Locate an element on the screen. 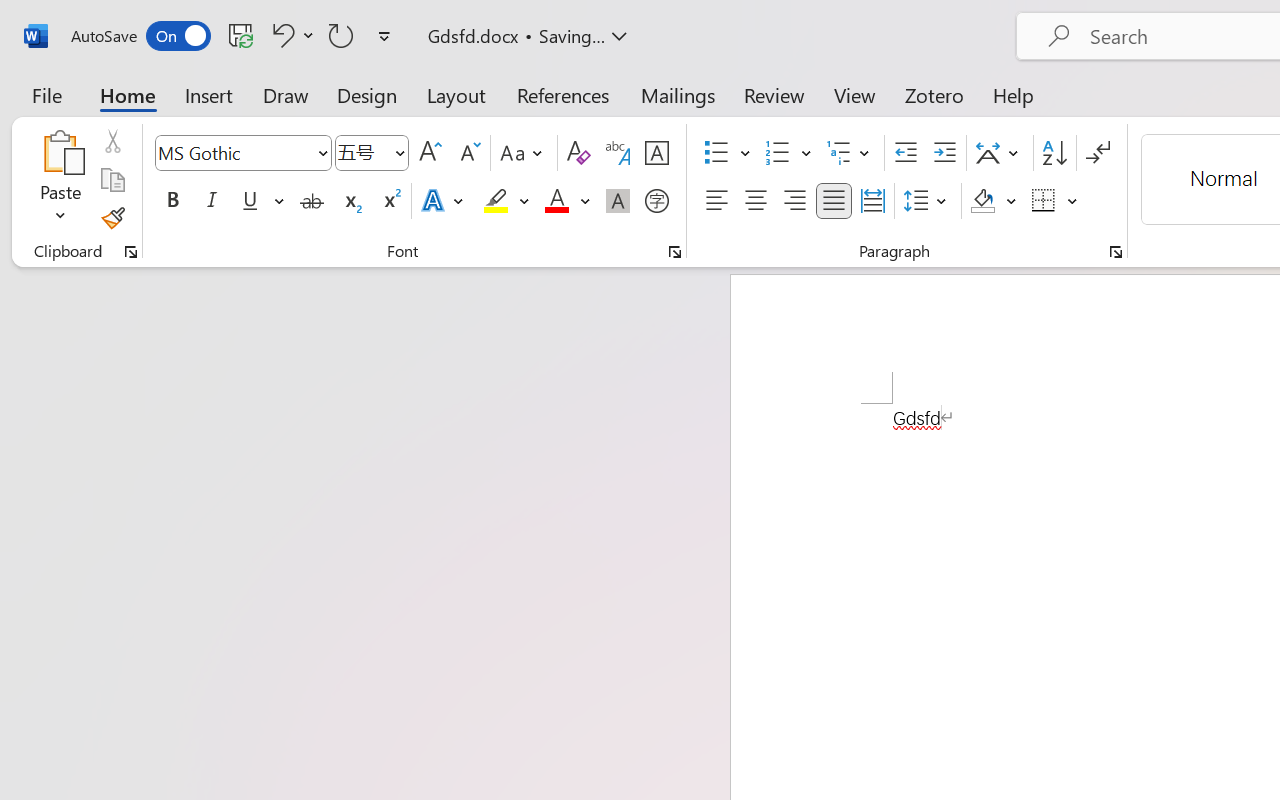 The width and height of the screenshot is (1280, 800). 'Align Left' is located at coordinates (716, 201).